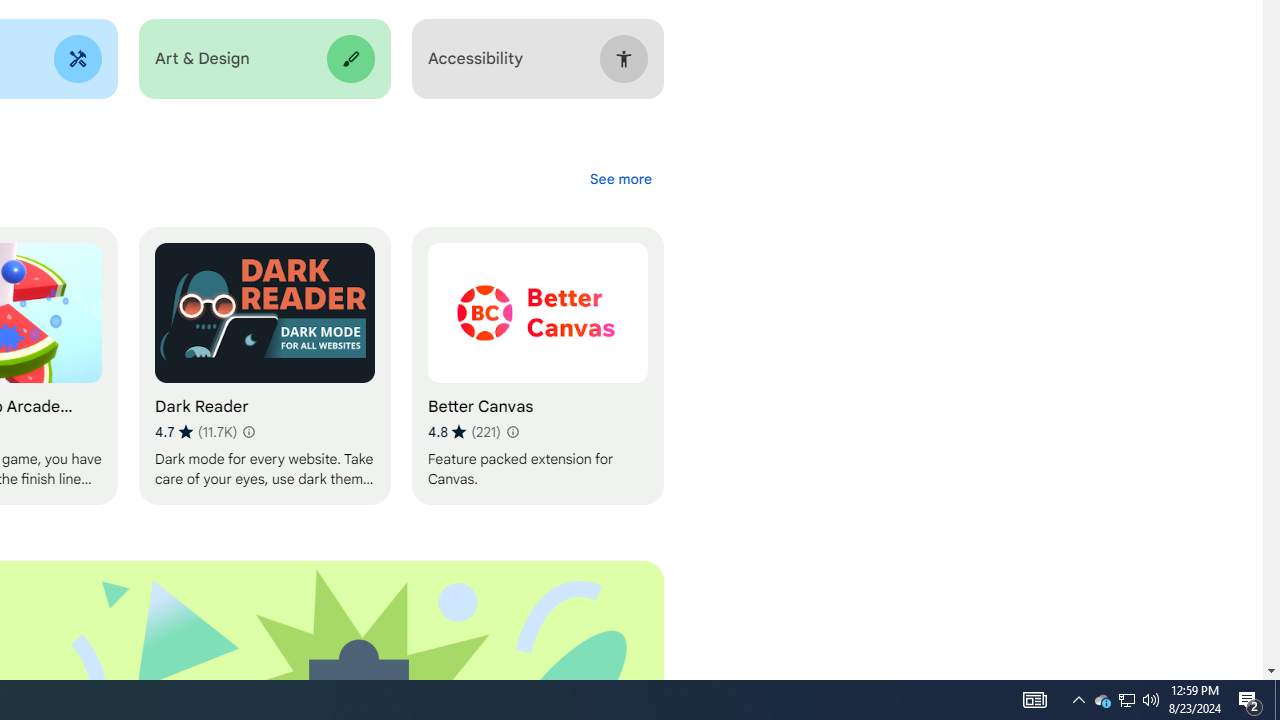  Describe the element at coordinates (512, 431) in the screenshot. I see `'Learn more about results and reviews "Better Canvas"'` at that location.